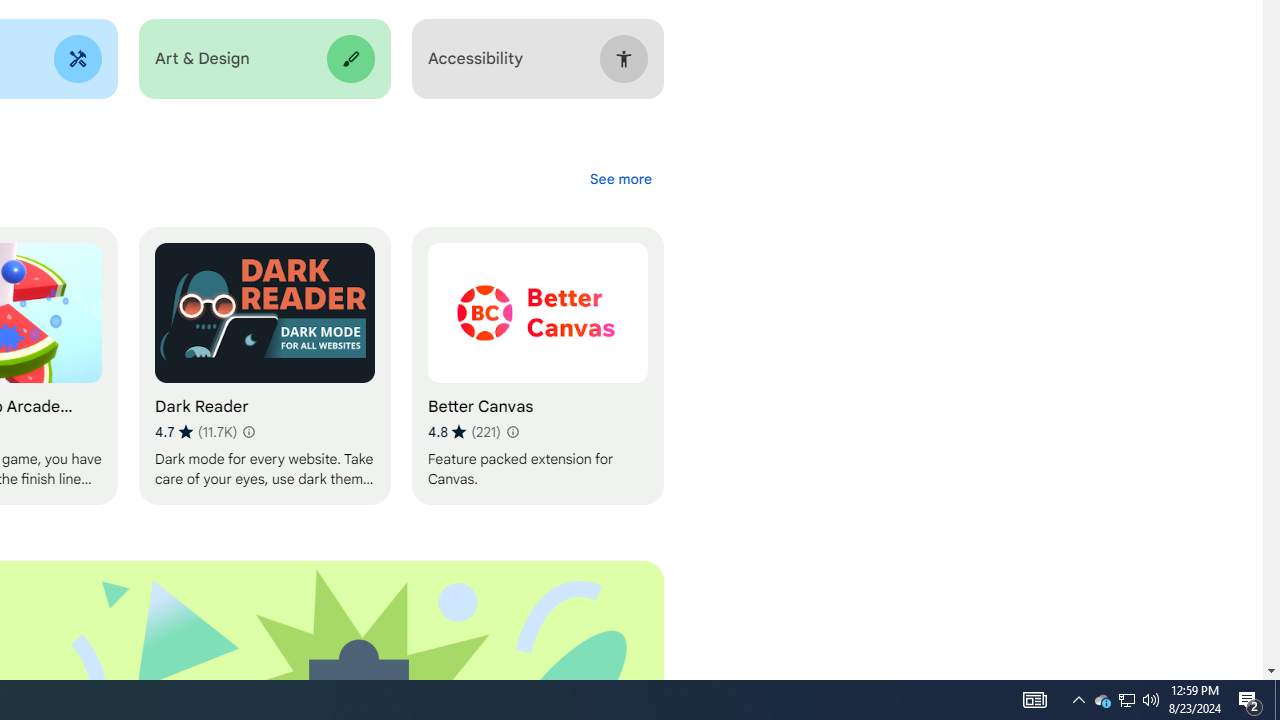  Describe the element at coordinates (512, 431) in the screenshot. I see `'Learn more about results and reviews "Better Canvas"'` at that location.